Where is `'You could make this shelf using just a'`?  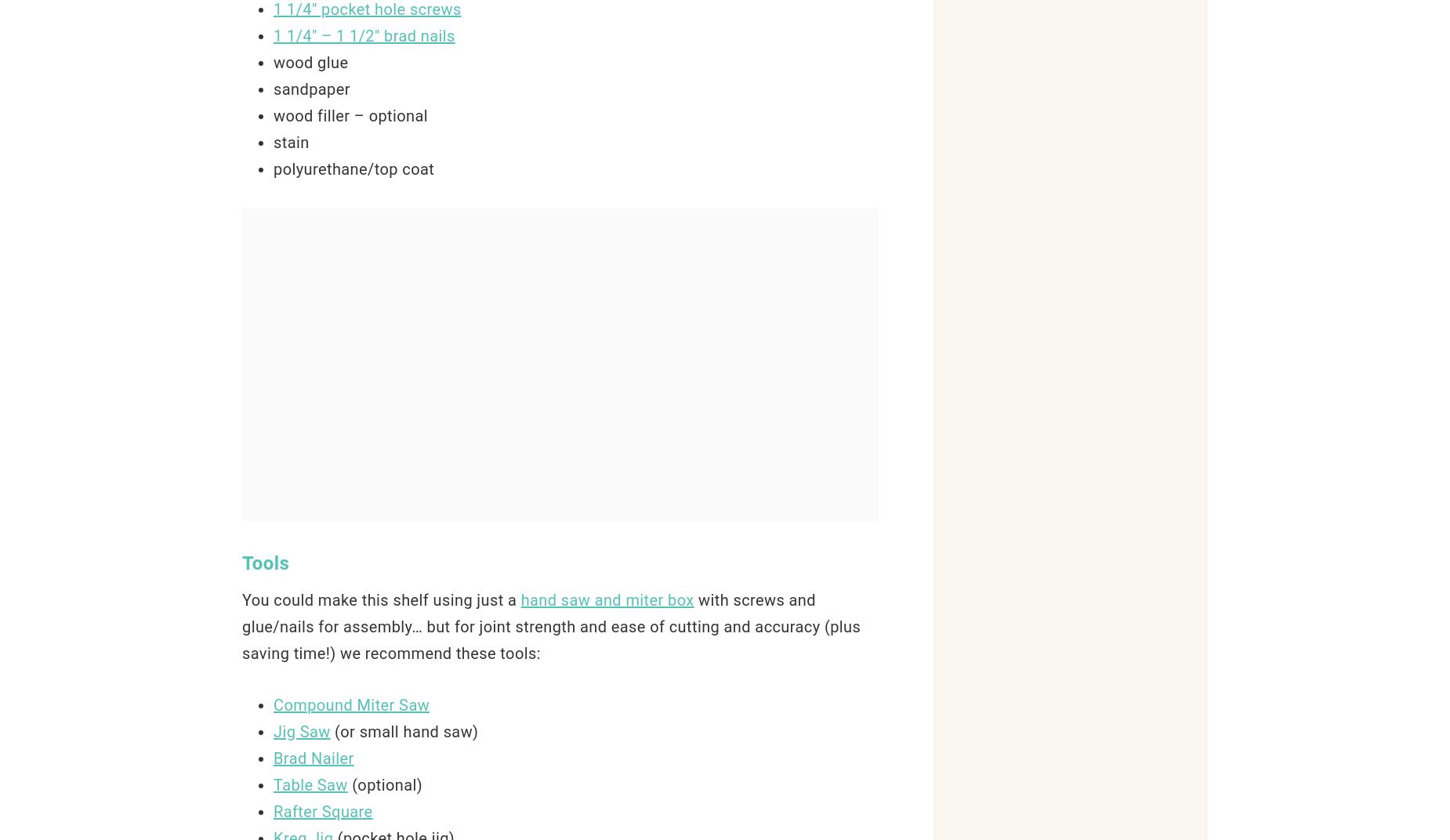
'You could make this shelf using just a' is located at coordinates (381, 600).